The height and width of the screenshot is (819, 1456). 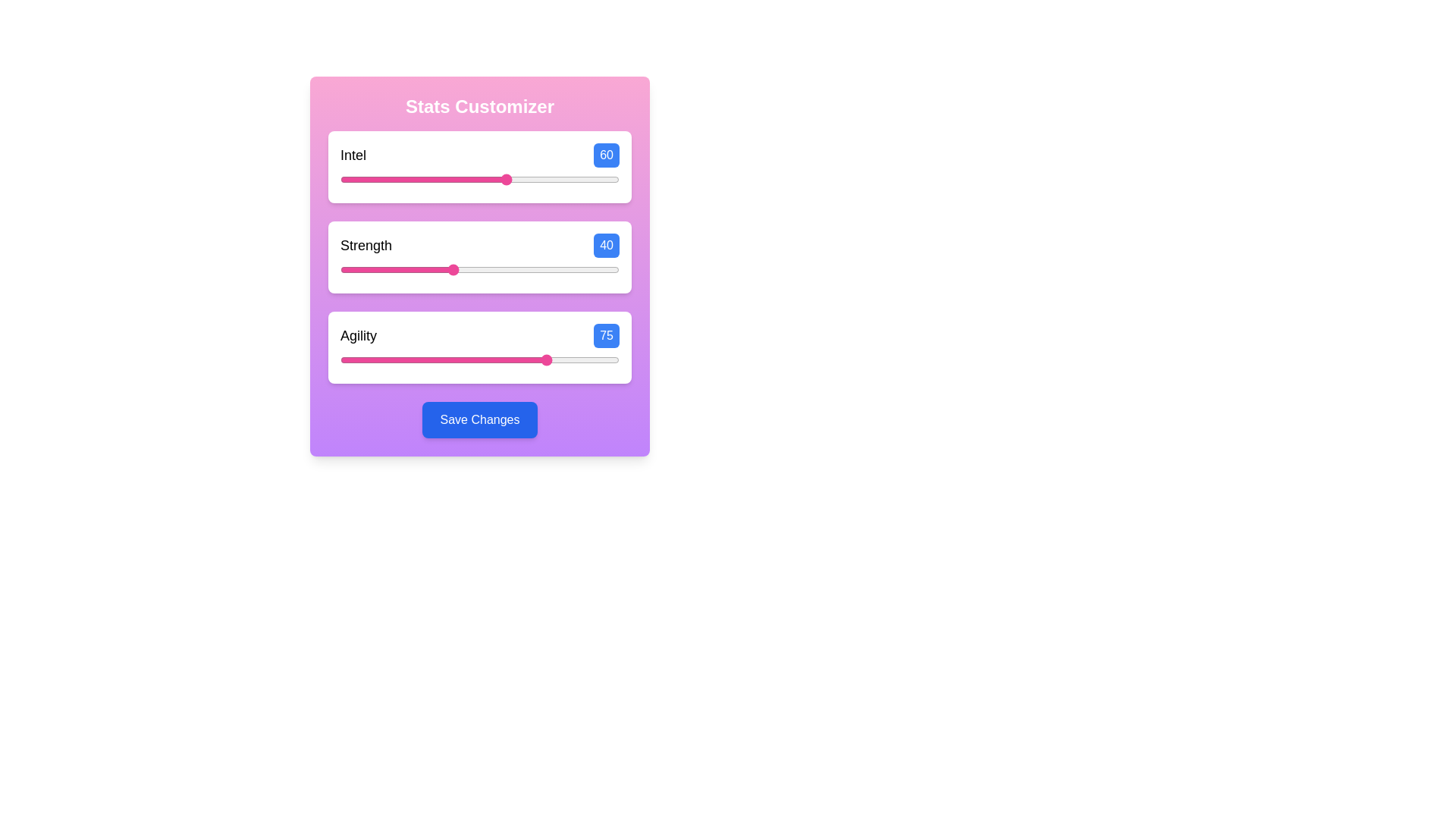 What do you see at coordinates (401, 359) in the screenshot?
I see `the agility value` at bounding box center [401, 359].